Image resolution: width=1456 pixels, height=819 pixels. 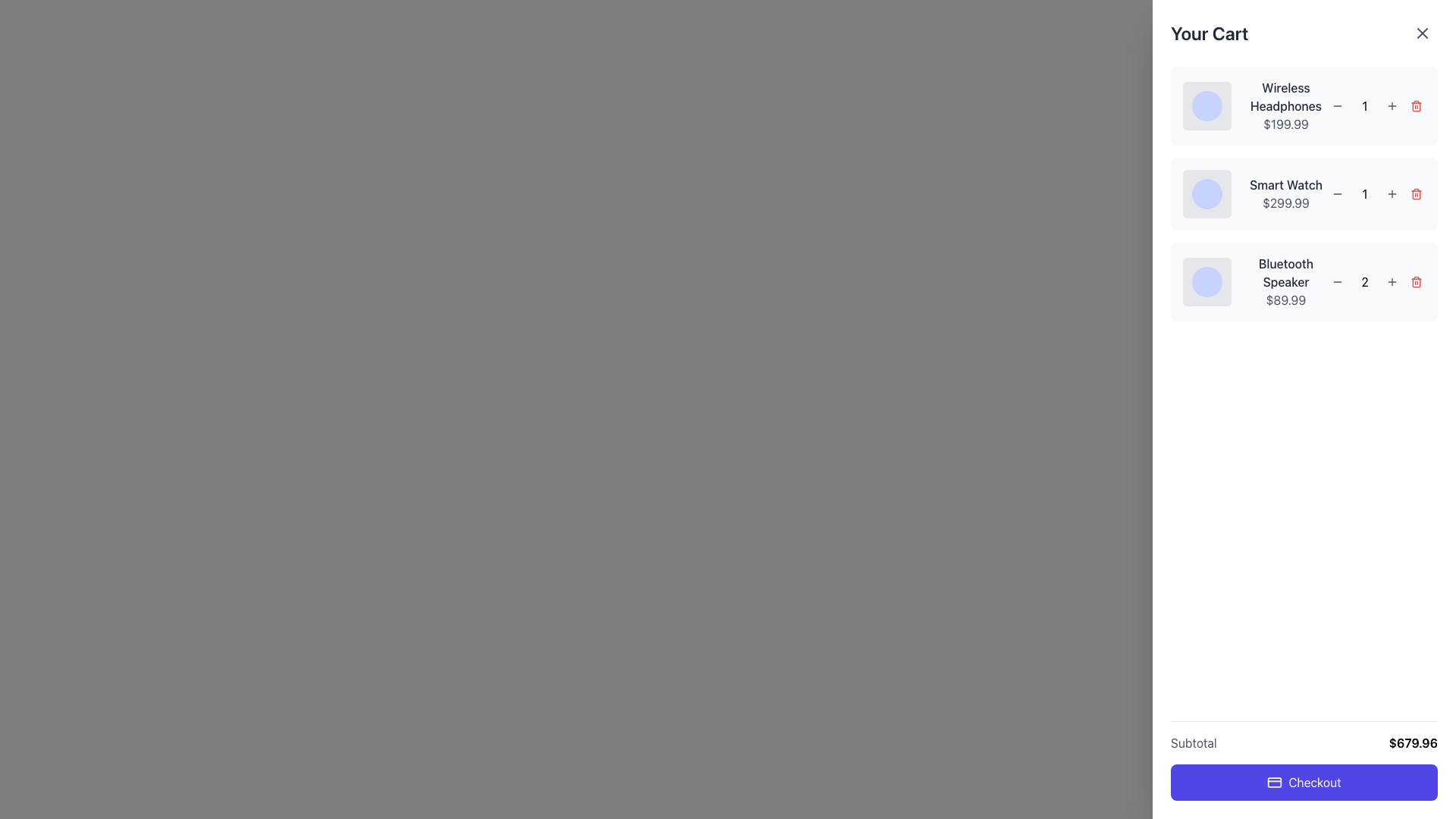 I want to click on the Text label displaying the price of the product 'Wireless Headphones' in the right-side cart panel, located under the corresponding product name, so click(x=1285, y=124).